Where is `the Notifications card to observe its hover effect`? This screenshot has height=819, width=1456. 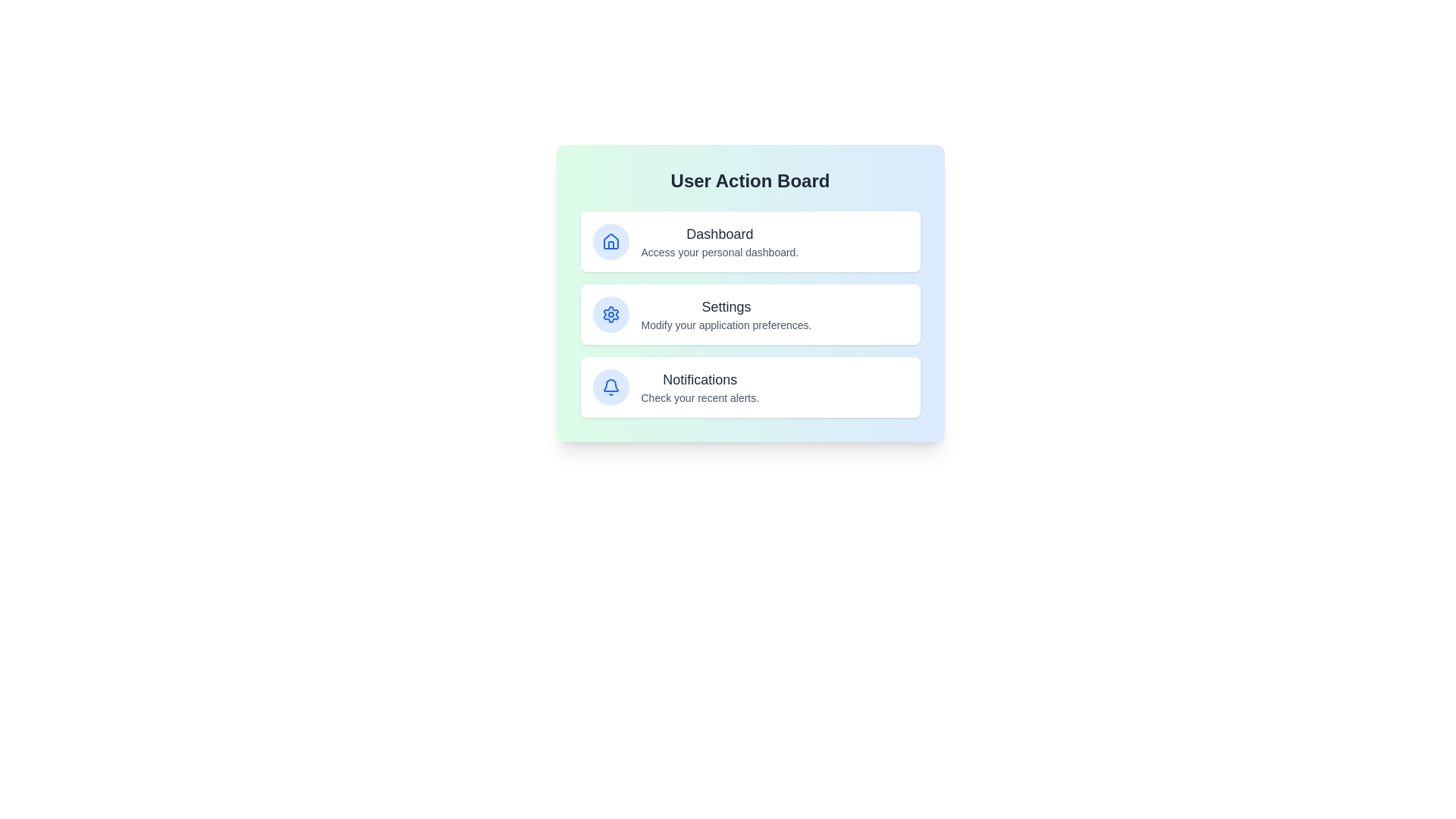 the Notifications card to observe its hover effect is located at coordinates (750, 386).